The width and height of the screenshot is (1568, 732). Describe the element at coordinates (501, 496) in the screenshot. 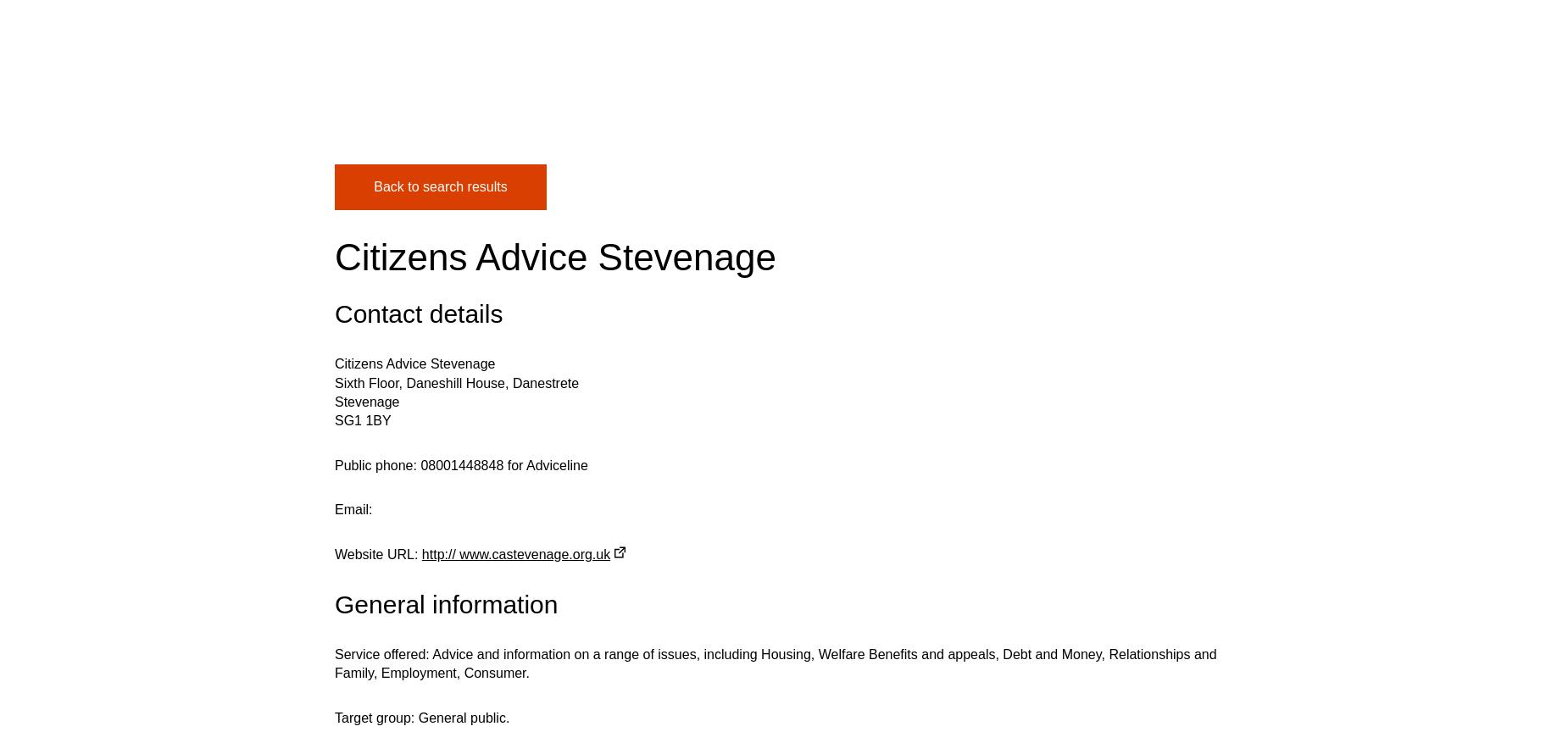

I see `'07 July 2023'` at that location.